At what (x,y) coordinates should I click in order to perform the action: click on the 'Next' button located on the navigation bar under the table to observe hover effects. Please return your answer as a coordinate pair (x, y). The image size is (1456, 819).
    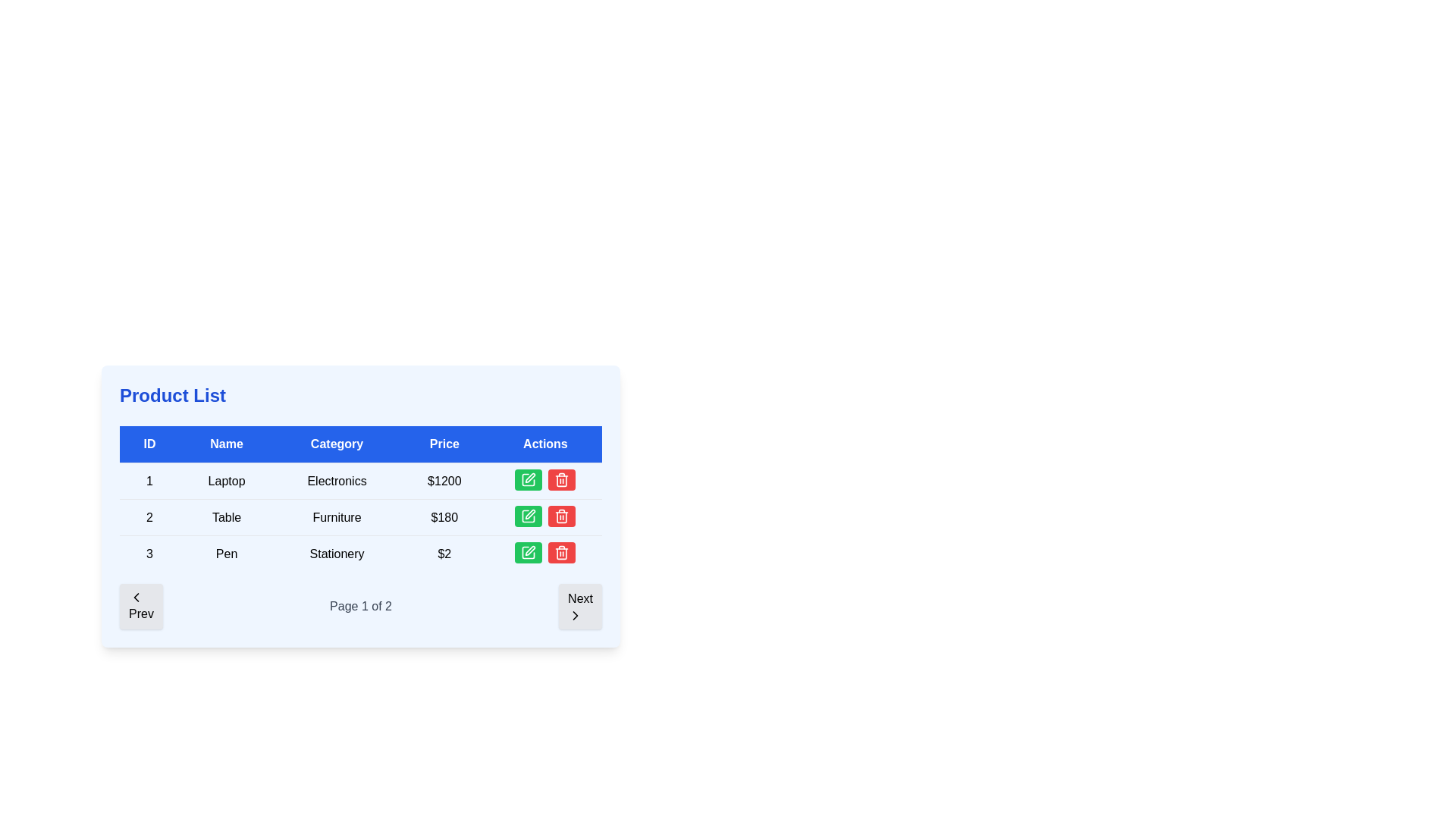
    Looking at the image, I should click on (579, 605).